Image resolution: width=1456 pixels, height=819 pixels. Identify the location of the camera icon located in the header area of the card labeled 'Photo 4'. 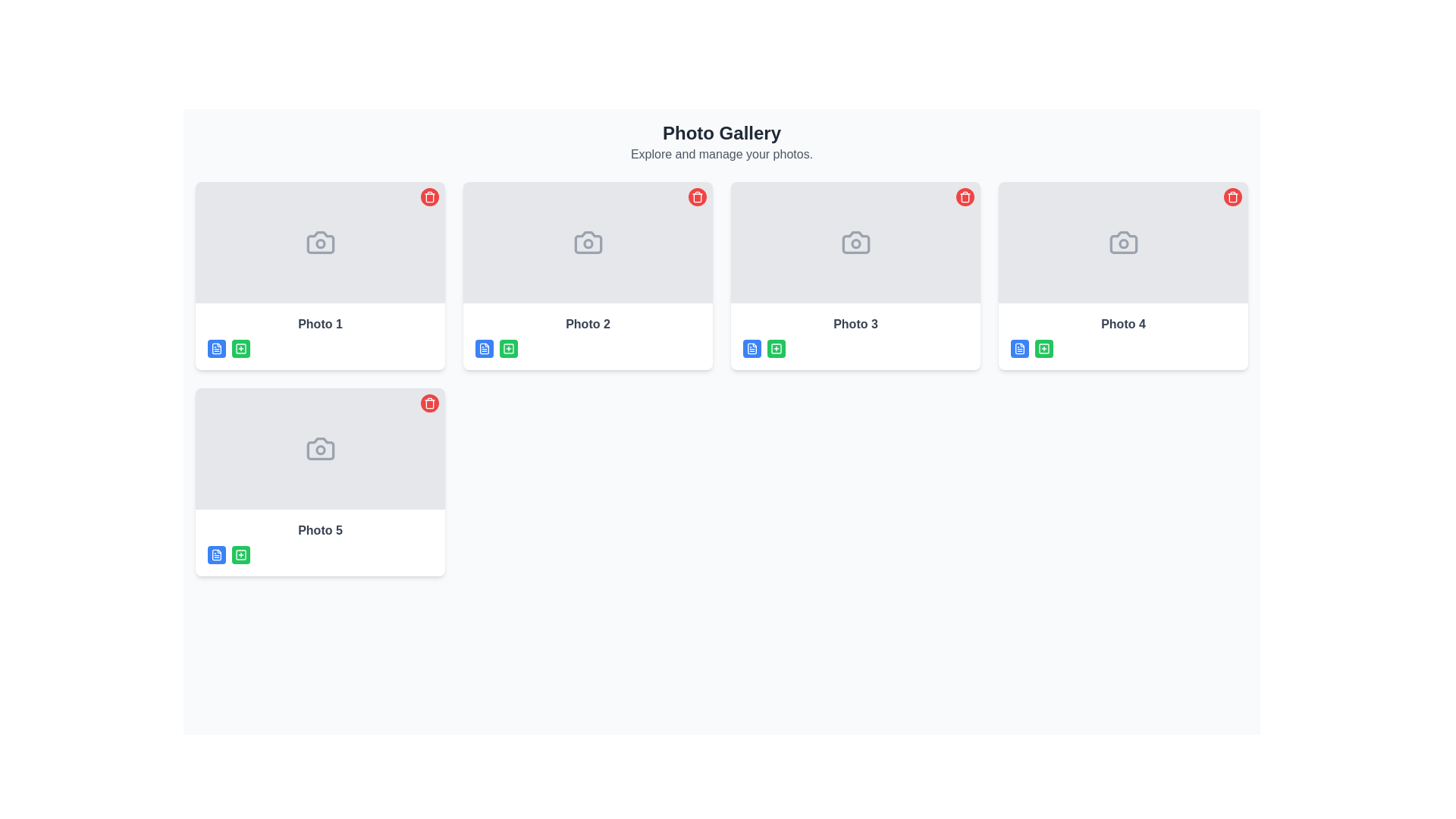
(1123, 242).